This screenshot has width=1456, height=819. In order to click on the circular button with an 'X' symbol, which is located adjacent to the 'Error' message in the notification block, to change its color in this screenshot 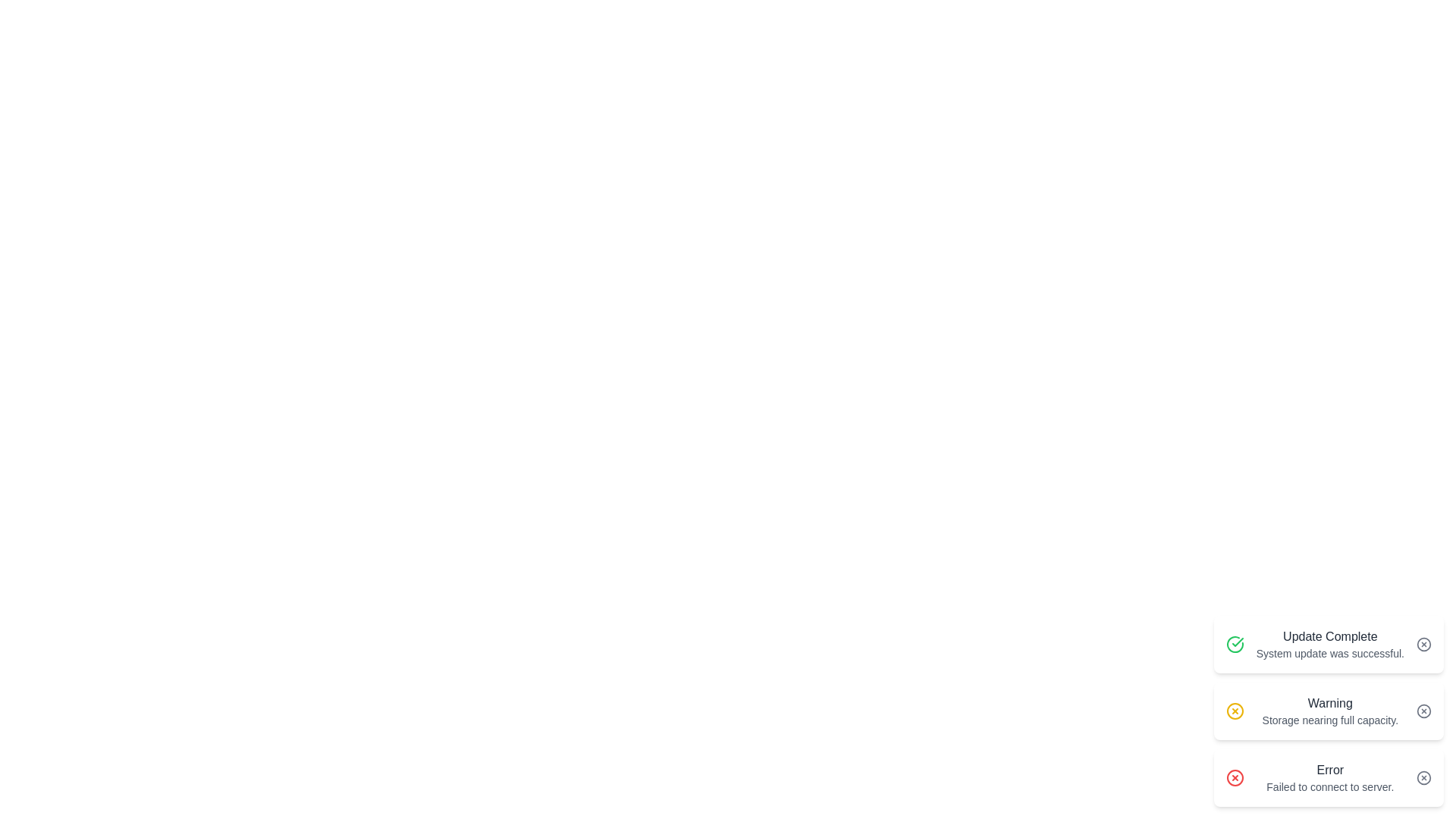, I will do `click(1423, 778)`.